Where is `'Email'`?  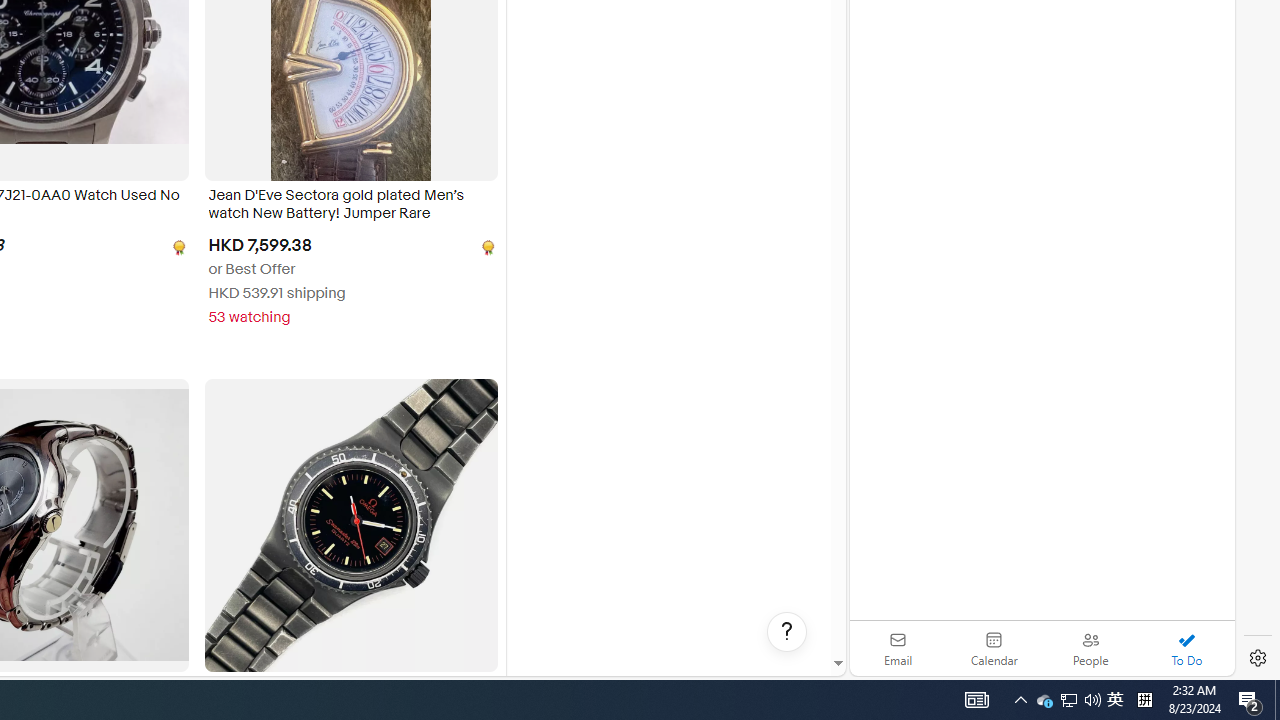
'Email' is located at coordinates (897, 648).